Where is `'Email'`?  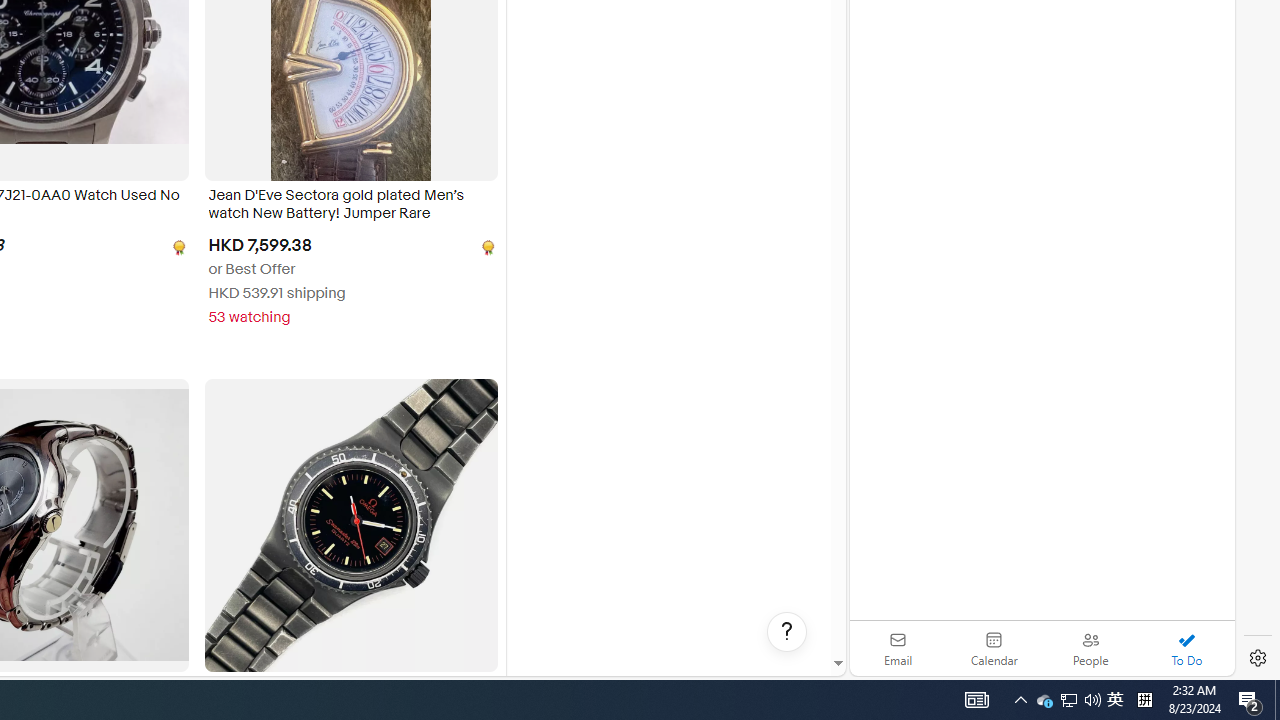
'Email' is located at coordinates (897, 648).